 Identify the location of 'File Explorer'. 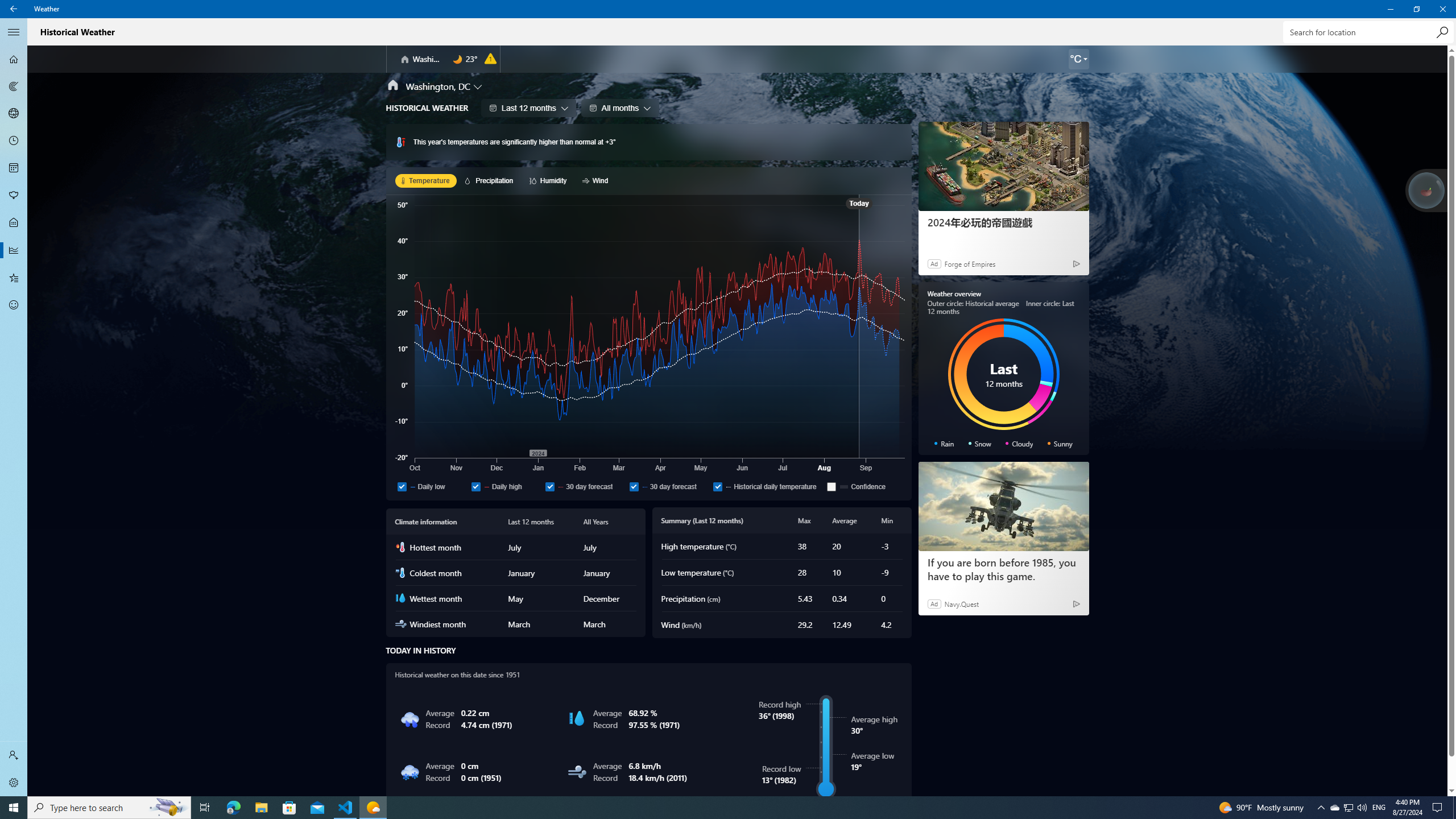
(260, 806).